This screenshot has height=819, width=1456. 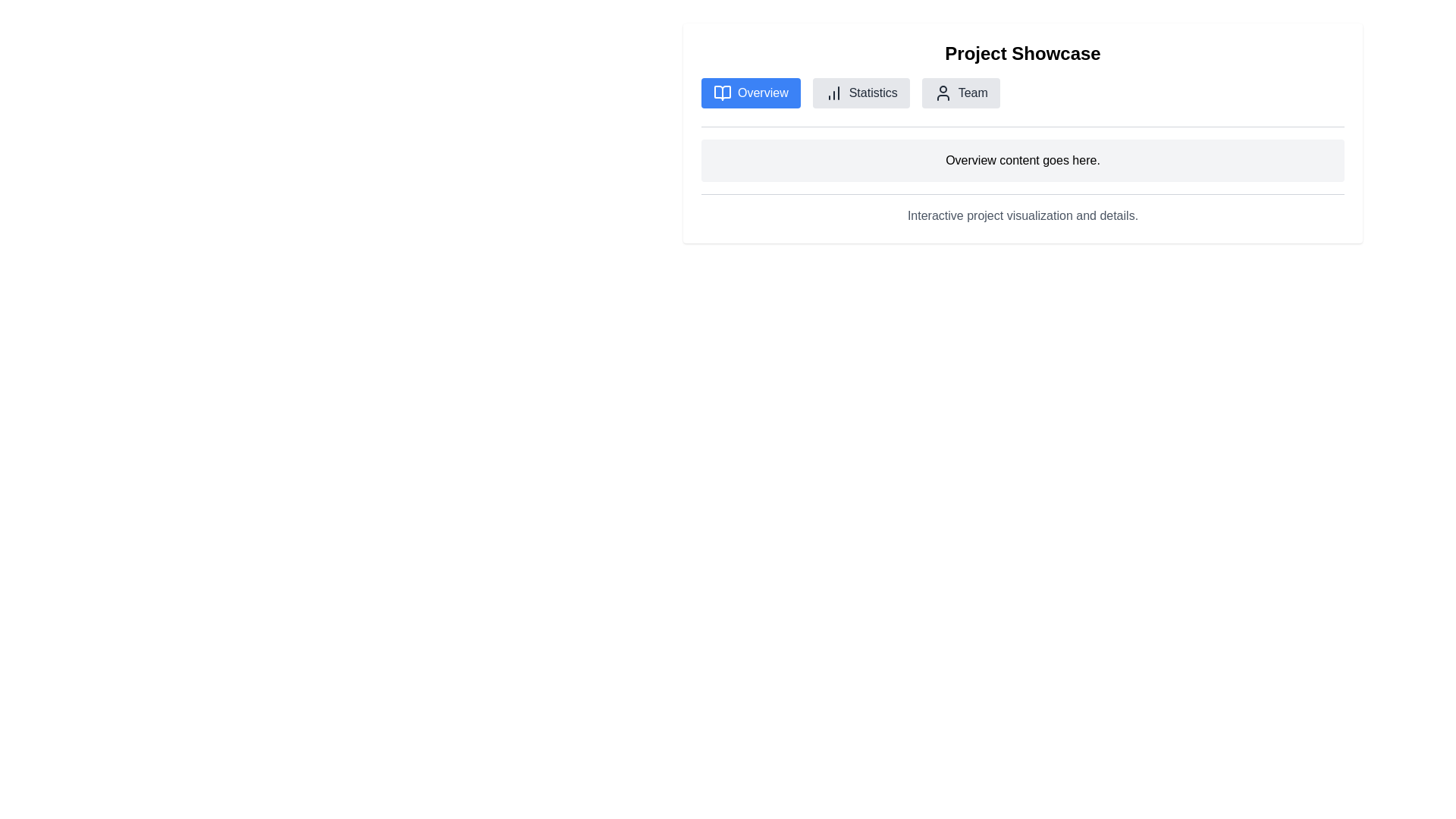 I want to click on the 'Statistics' button, which is the second button in a row of three buttons with a gray background and a bar chart icon, so click(x=861, y=93).